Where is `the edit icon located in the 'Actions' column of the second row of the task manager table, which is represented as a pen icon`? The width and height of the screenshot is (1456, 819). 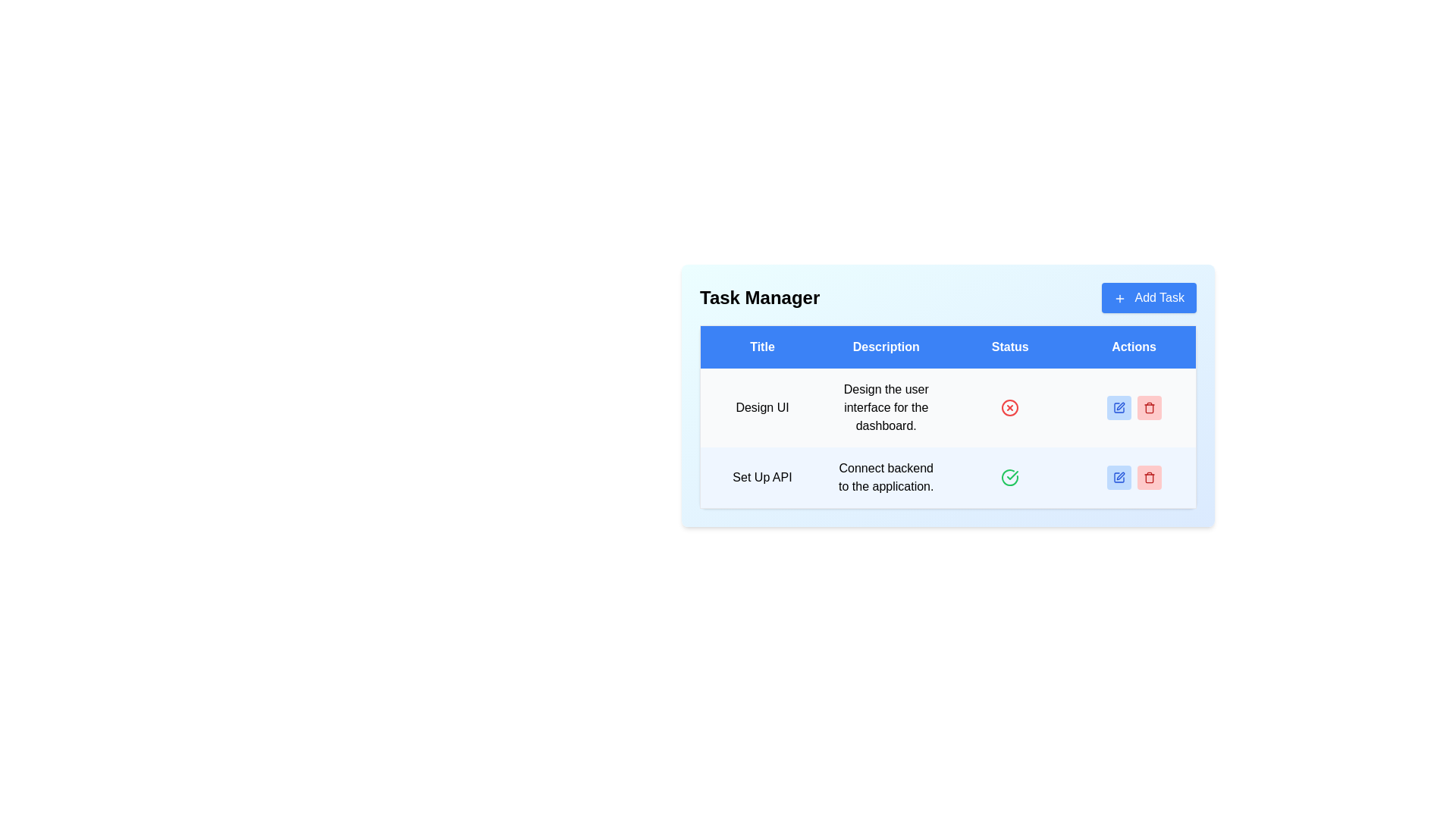
the edit icon located in the 'Actions' column of the second row of the task manager table, which is represented as a pen icon is located at coordinates (1119, 406).